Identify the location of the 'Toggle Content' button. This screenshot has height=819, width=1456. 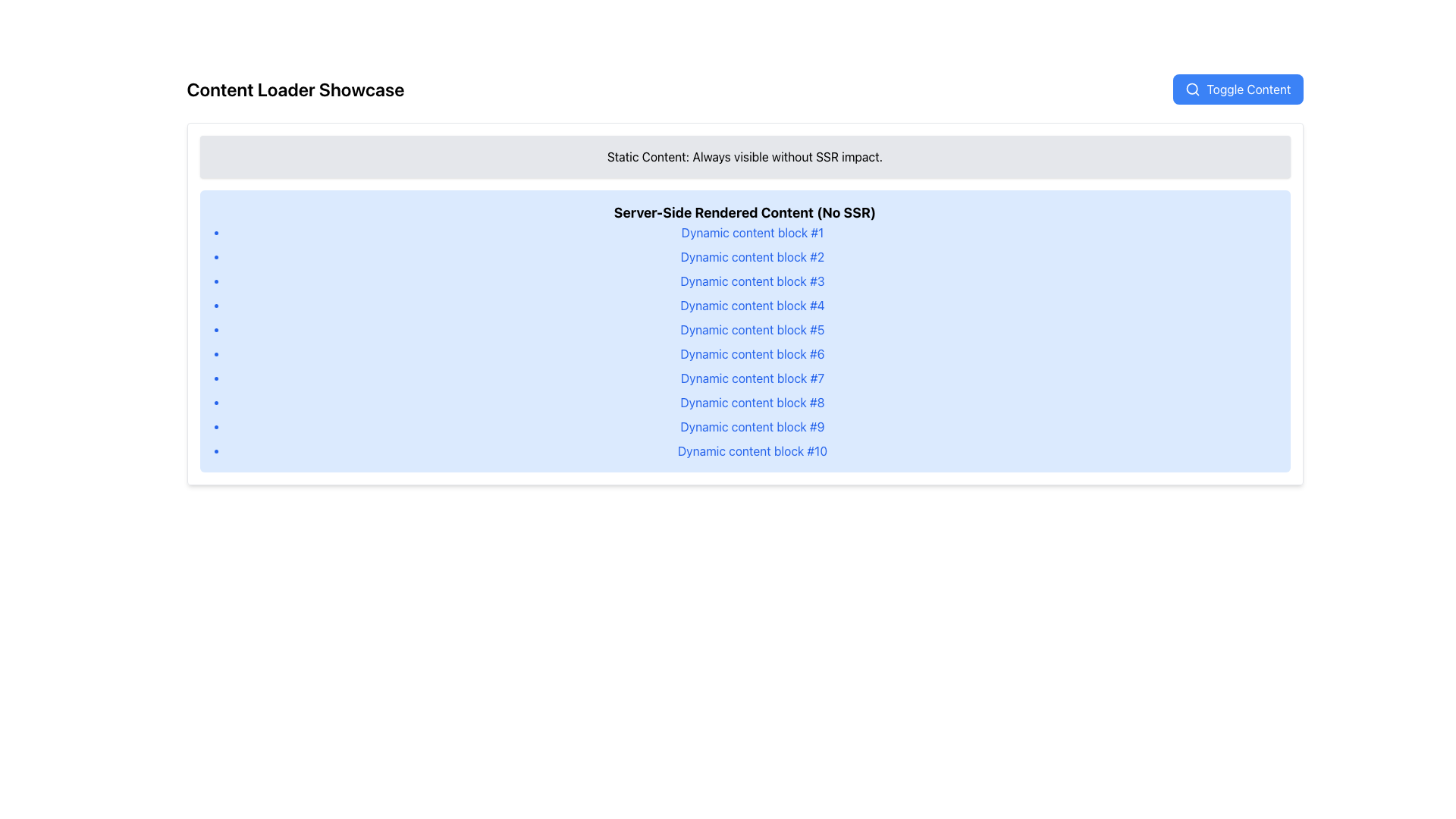
(1248, 89).